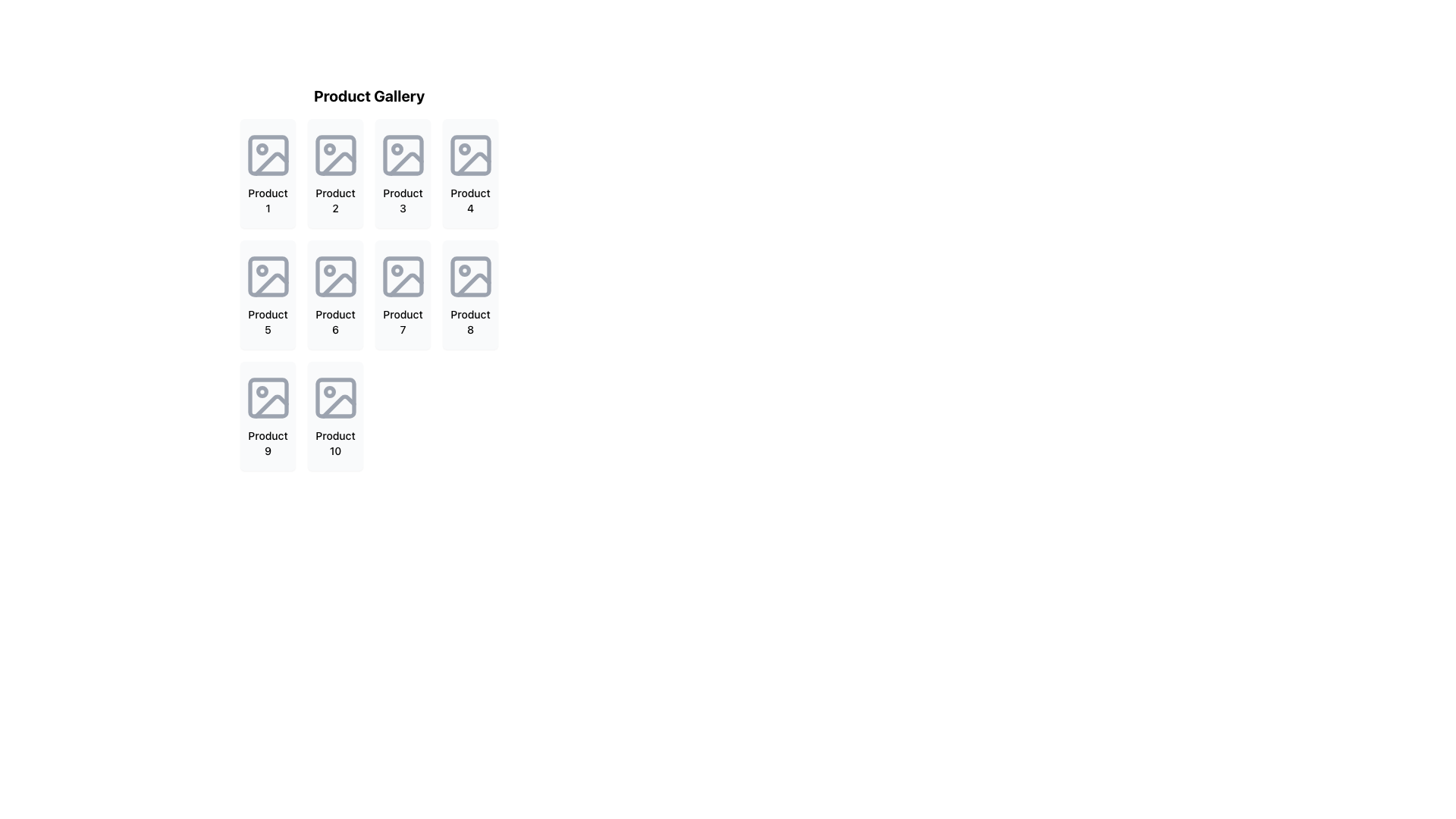 The image size is (1456, 819). I want to click on the icon located at the center of the 'Product 1' card in the gallery, which features a line-drawn image symbol in gray color, so click(268, 155).